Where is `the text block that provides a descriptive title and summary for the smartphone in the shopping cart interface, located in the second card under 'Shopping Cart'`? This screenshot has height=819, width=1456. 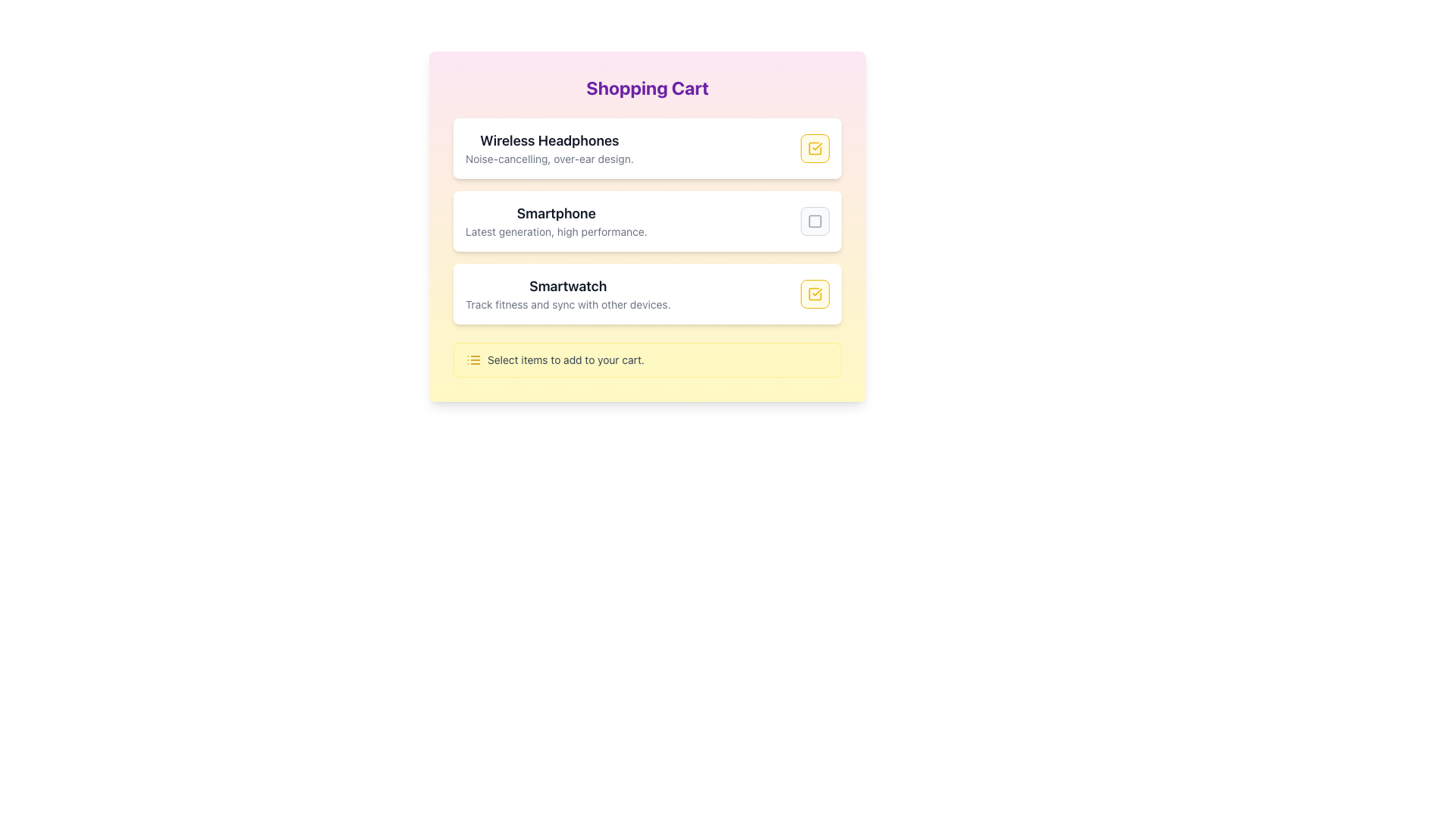 the text block that provides a descriptive title and summary for the smartphone in the shopping cart interface, located in the second card under 'Shopping Cart' is located at coordinates (555, 221).